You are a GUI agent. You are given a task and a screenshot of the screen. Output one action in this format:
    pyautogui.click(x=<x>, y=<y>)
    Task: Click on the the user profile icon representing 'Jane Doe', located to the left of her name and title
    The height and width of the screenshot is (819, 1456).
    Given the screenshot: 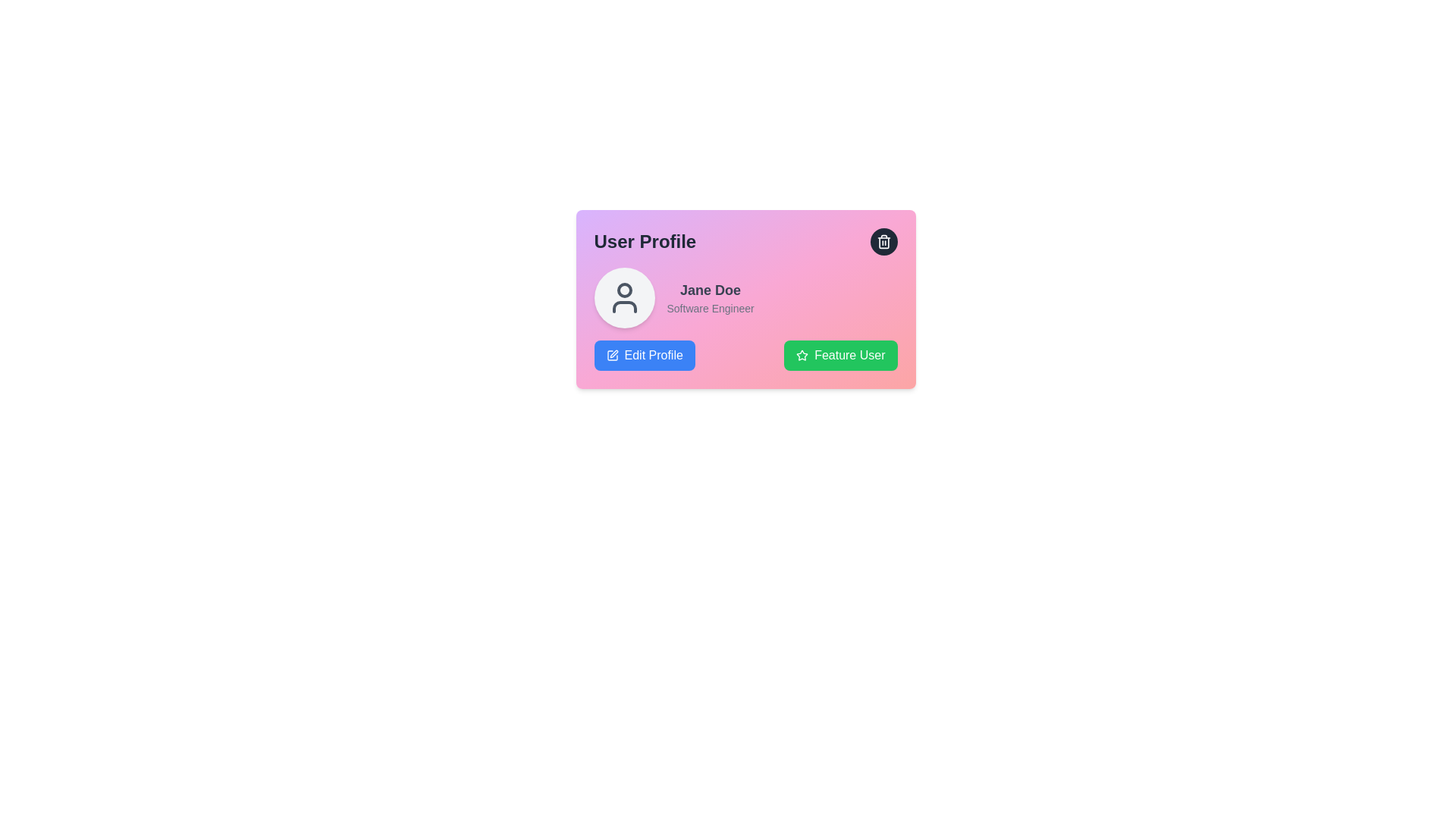 What is the action you would take?
    pyautogui.click(x=624, y=298)
    